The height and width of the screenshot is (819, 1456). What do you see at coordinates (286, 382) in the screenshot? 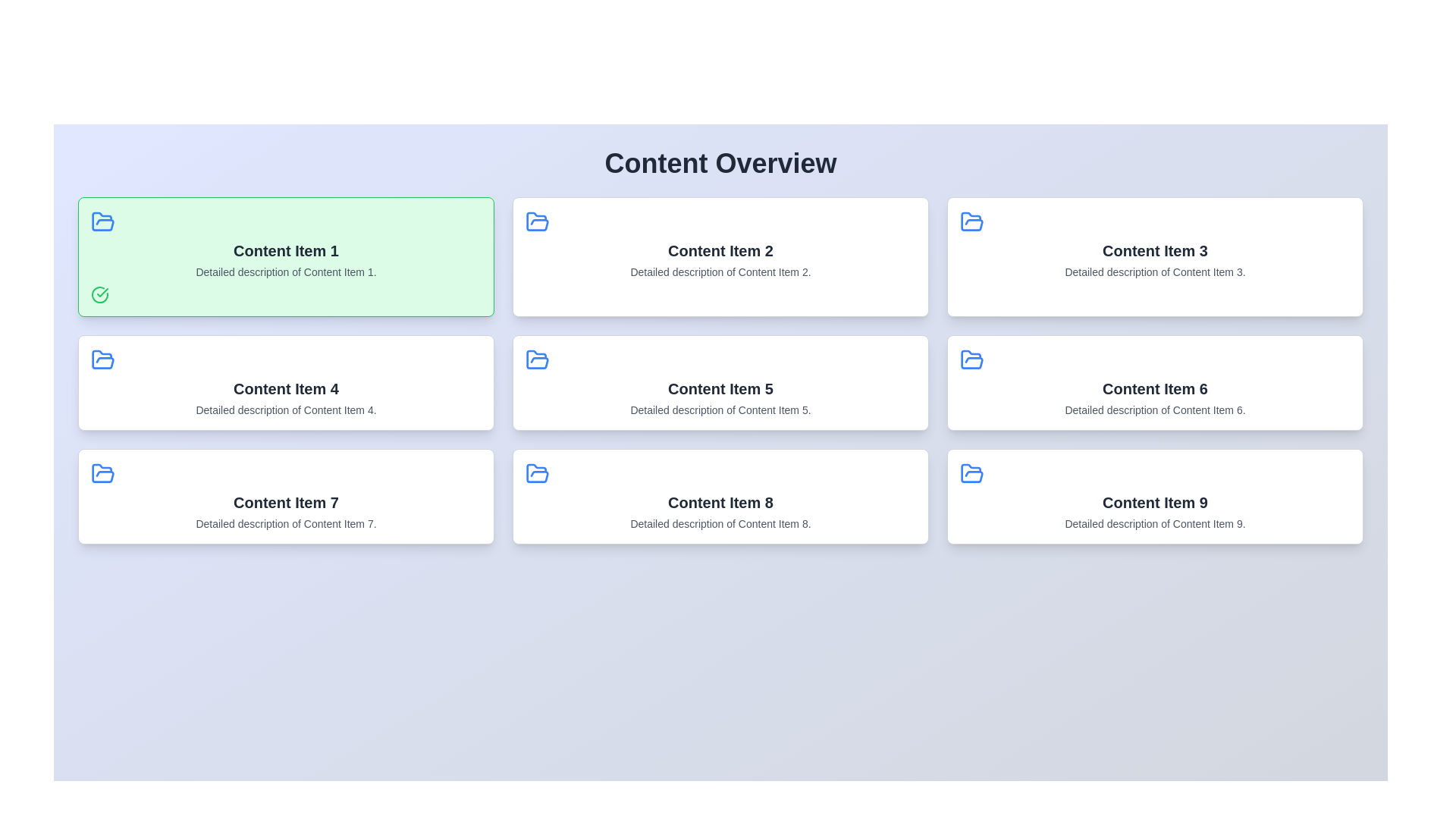
I see `to interact with the card titled 'Content Item 4', which is a rectangular card with an icon at the top-left corner, located in the second row of a three-column grid layout` at bounding box center [286, 382].